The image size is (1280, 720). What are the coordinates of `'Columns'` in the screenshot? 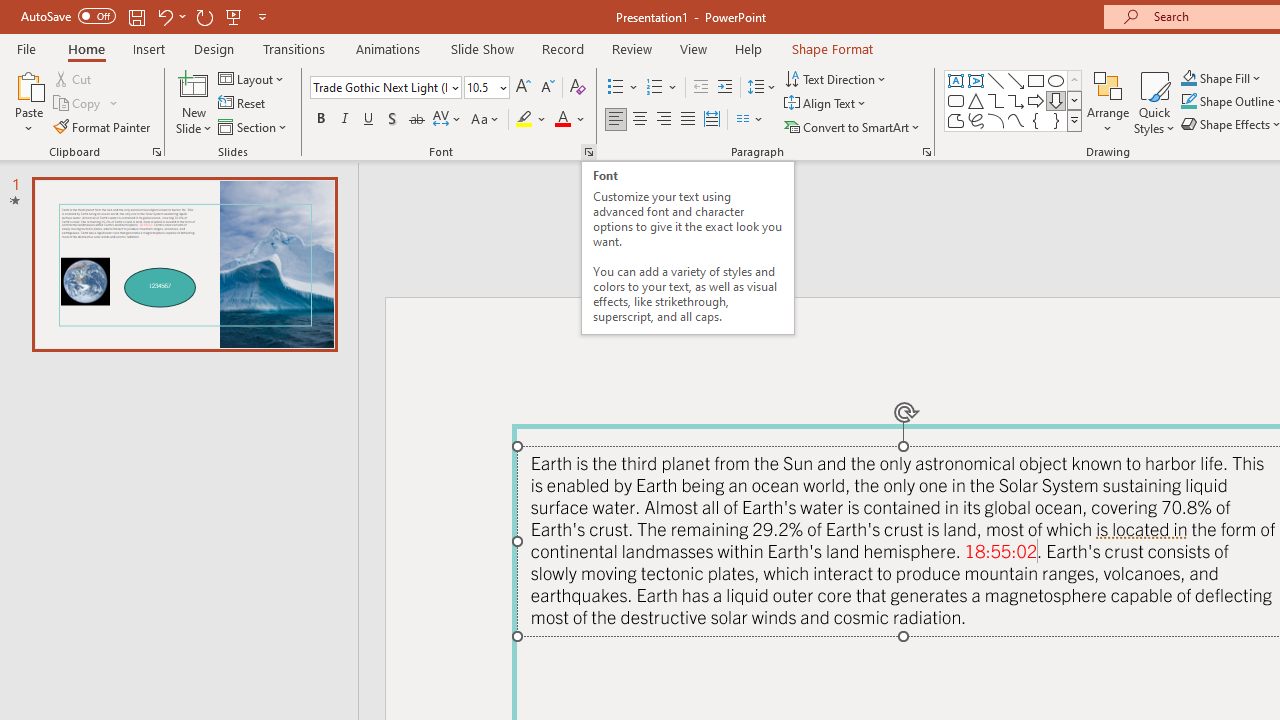 It's located at (749, 119).